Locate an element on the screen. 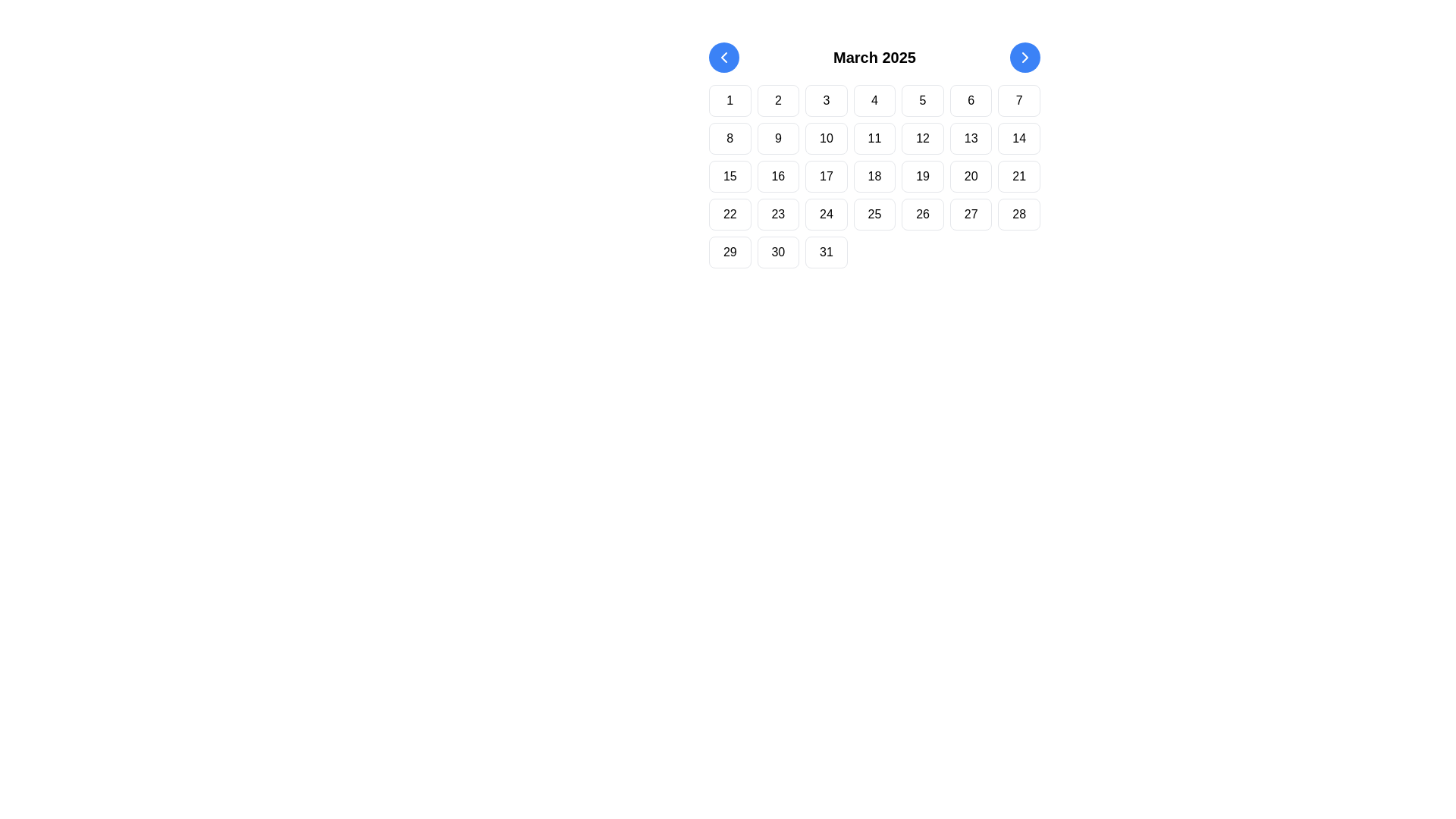  the button displaying '30' which is the sixth item in the fifth row of a grid layout, positioned between buttons '29' and '31' is located at coordinates (778, 251).